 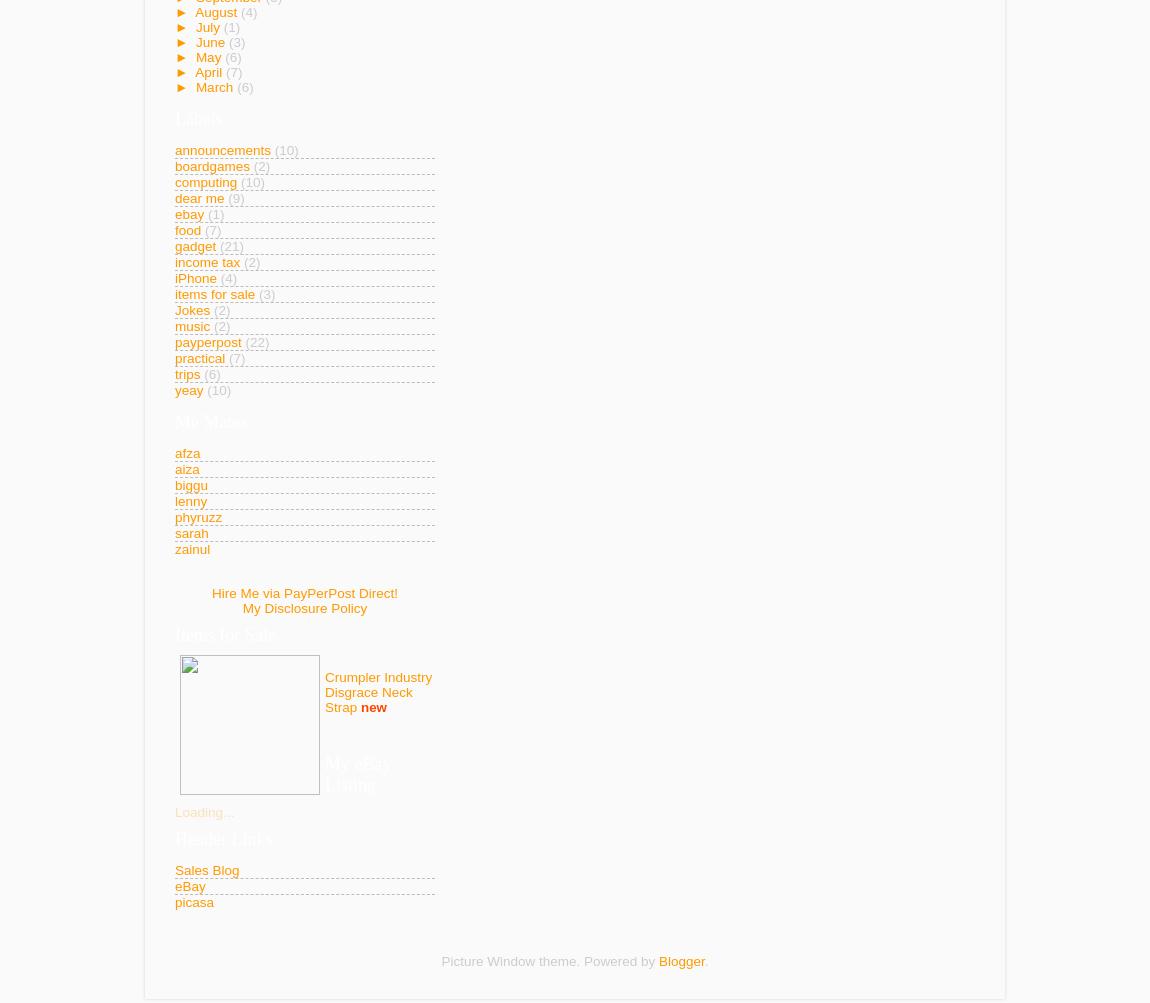 I want to click on 'dear me', so click(x=198, y=197).